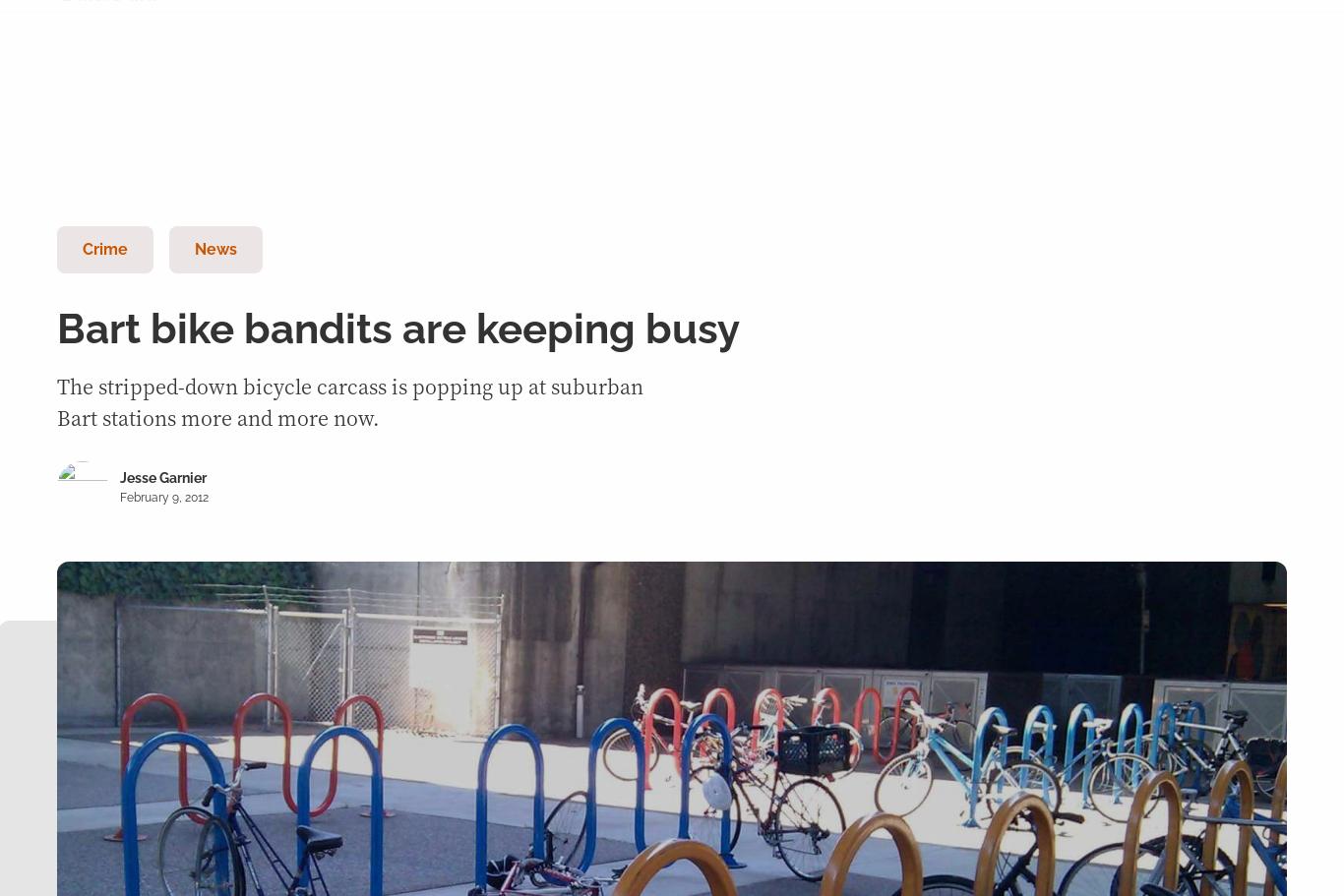  Describe the element at coordinates (241, 125) in the screenshot. I see `'Search the site...'` at that location.